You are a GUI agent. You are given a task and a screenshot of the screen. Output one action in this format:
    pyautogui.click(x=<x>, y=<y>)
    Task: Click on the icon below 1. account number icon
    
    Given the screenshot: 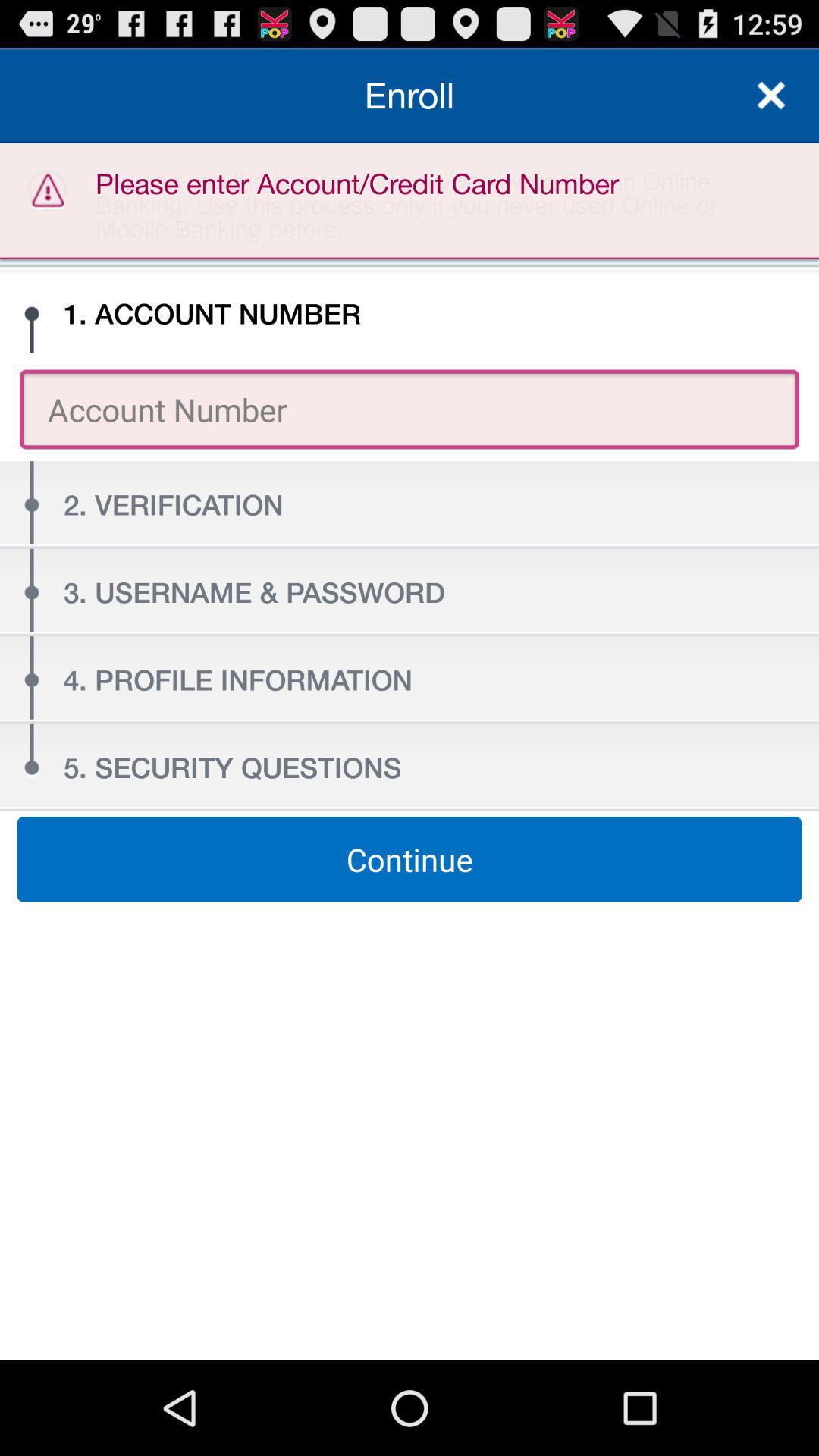 What is the action you would take?
    pyautogui.click(x=409, y=409)
    